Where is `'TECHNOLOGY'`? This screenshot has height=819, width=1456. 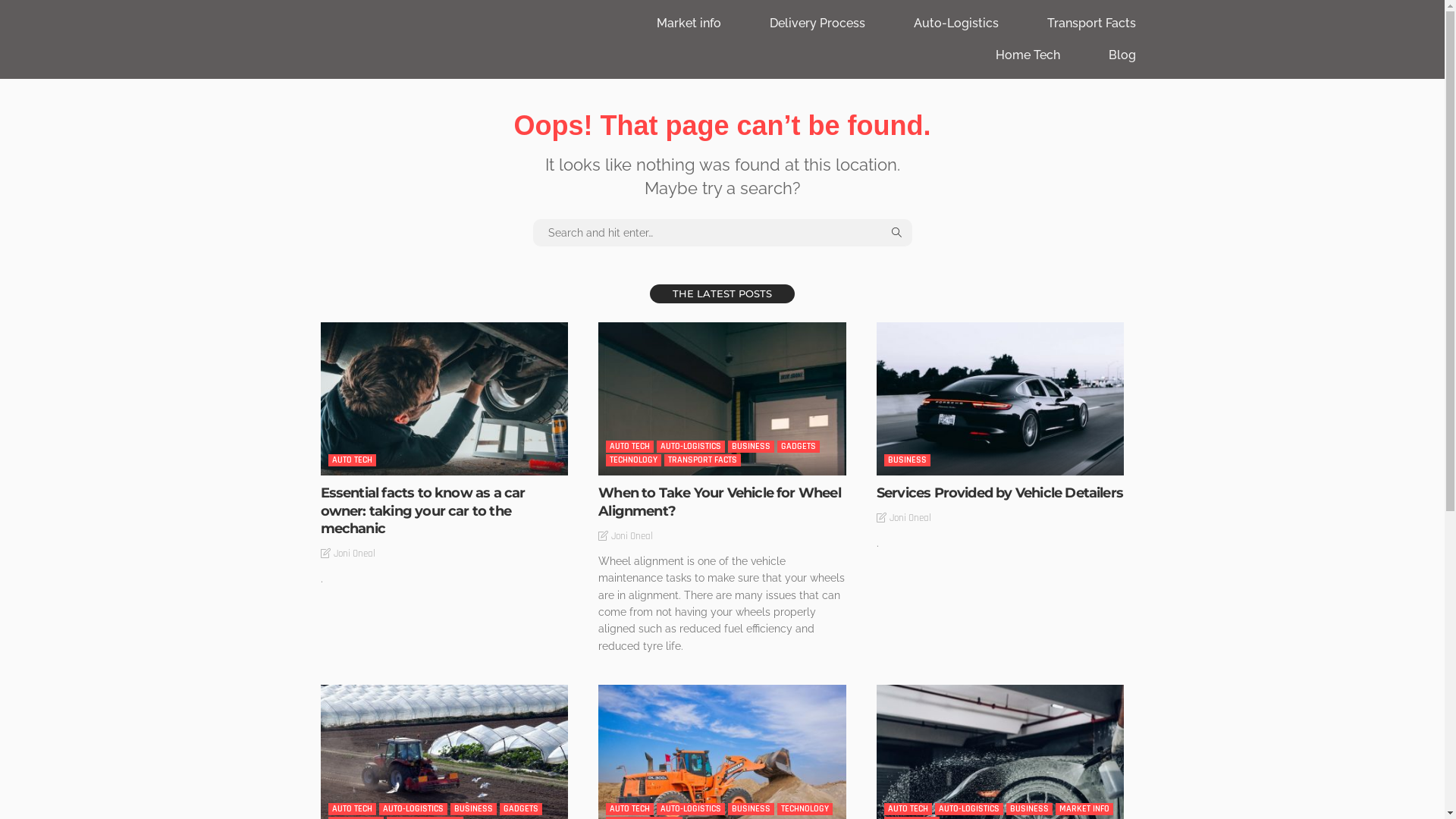
'TECHNOLOGY' is located at coordinates (604, 459).